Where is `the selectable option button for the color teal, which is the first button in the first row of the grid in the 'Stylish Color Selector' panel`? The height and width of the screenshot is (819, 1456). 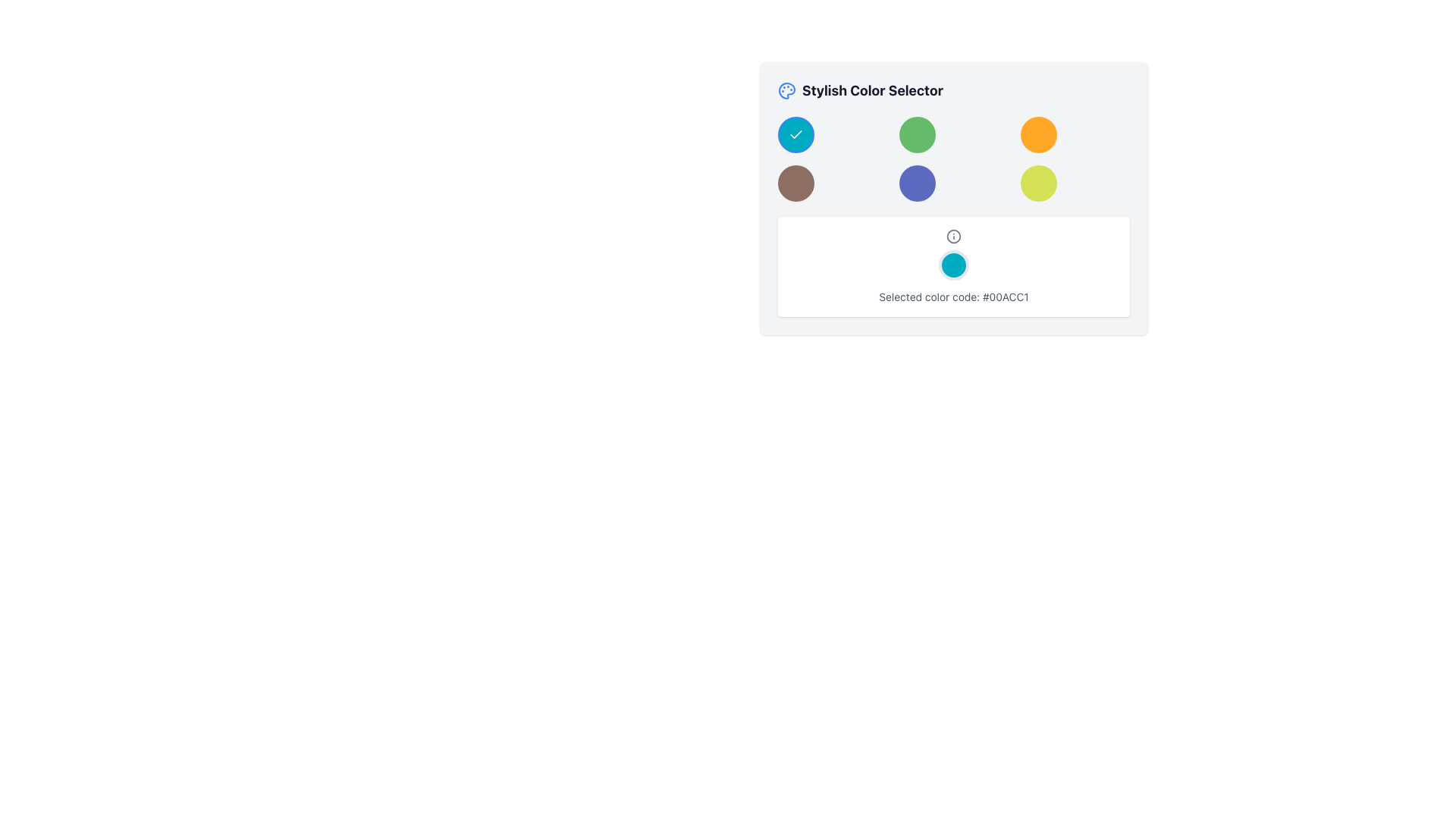 the selectable option button for the color teal, which is the first button in the first row of the grid in the 'Stylish Color Selector' panel is located at coordinates (795, 133).